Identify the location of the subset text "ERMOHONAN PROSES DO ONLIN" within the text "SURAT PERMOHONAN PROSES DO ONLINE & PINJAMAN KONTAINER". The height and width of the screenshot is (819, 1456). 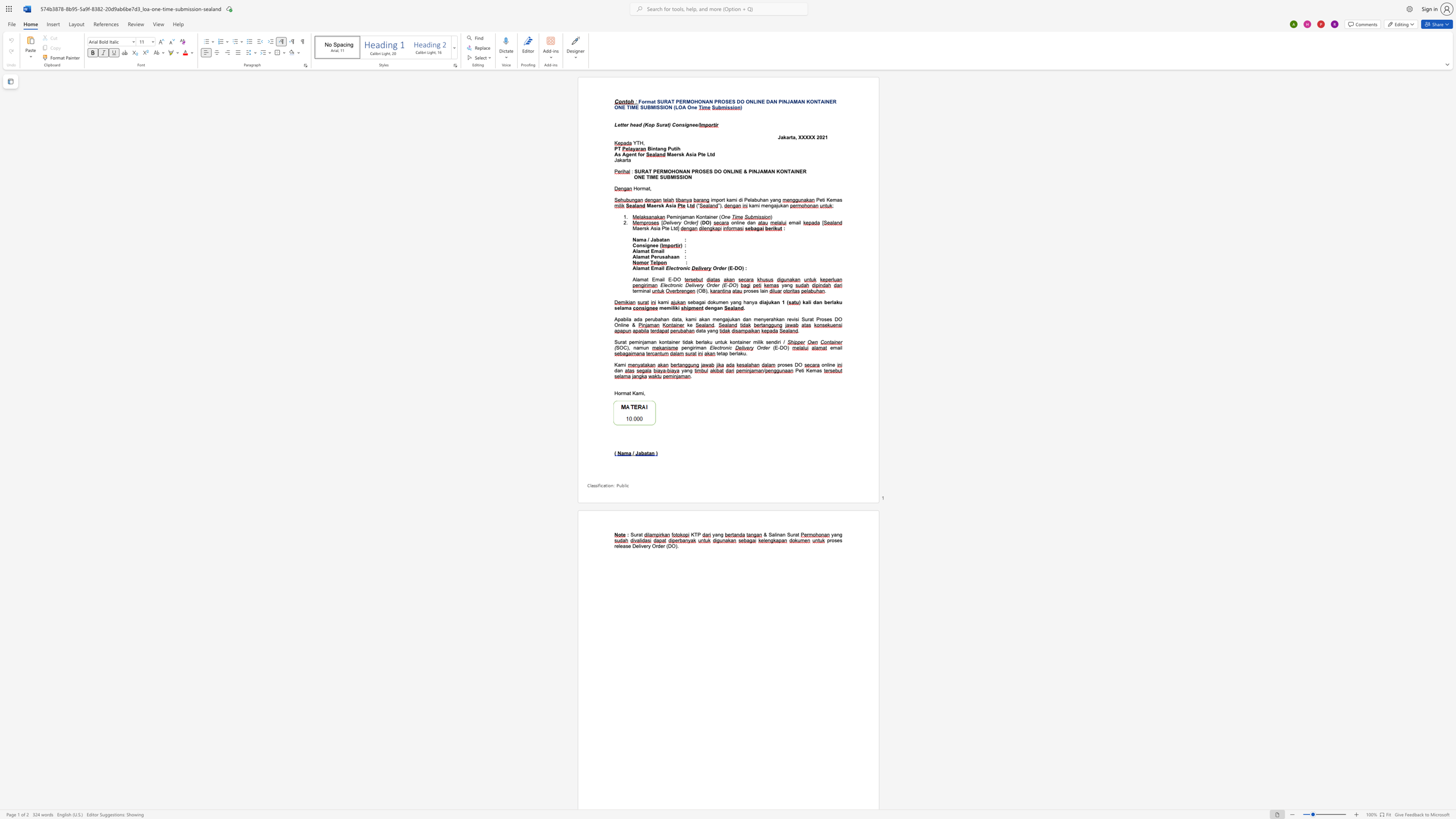
(656, 171).